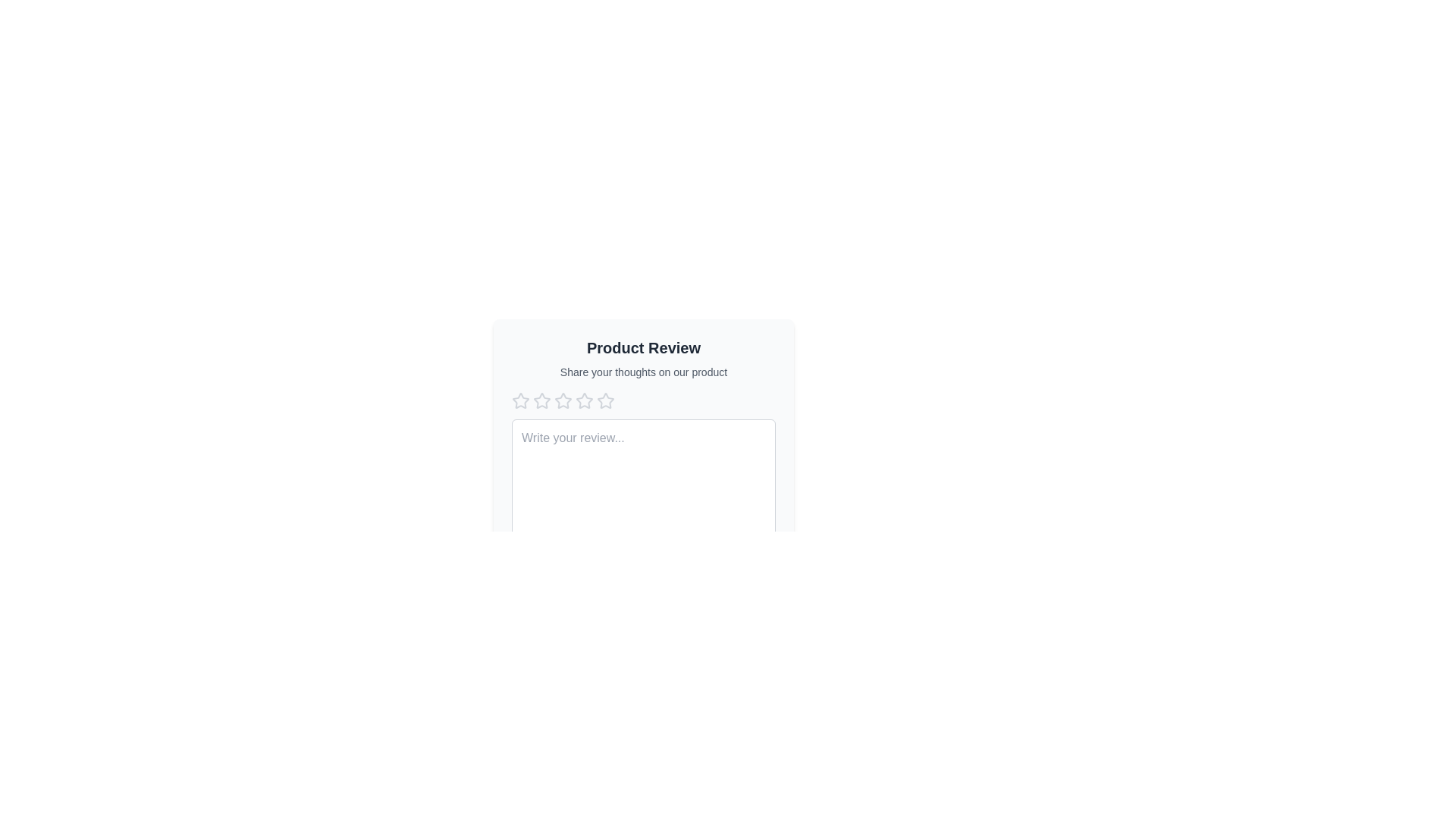 This screenshot has width=1456, height=819. Describe the element at coordinates (542, 400) in the screenshot. I see `the first star icon representing a one-star rating option located below the text 'Share your thoughts on our product'` at that location.